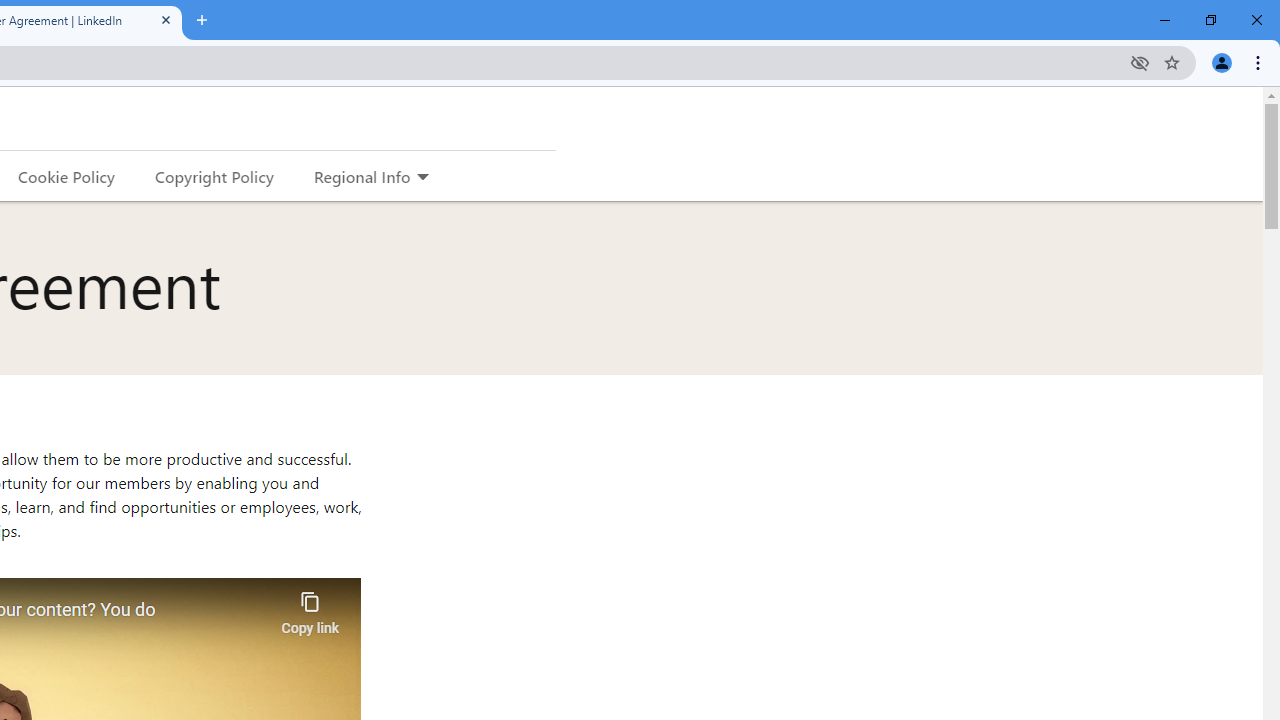 The width and height of the screenshot is (1280, 720). Describe the element at coordinates (309, 607) in the screenshot. I see `'Copy link'` at that location.